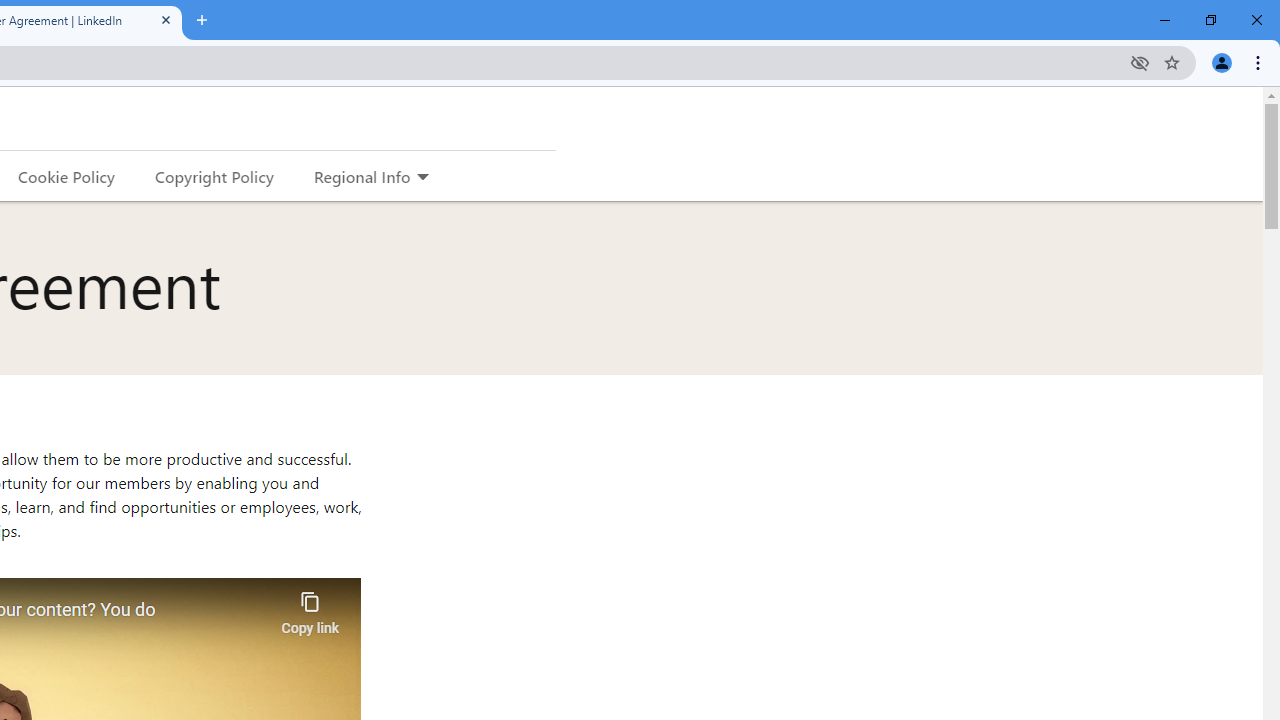 The width and height of the screenshot is (1280, 720). Describe the element at coordinates (309, 607) in the screenshot. I see `'Copy link'` at that location.